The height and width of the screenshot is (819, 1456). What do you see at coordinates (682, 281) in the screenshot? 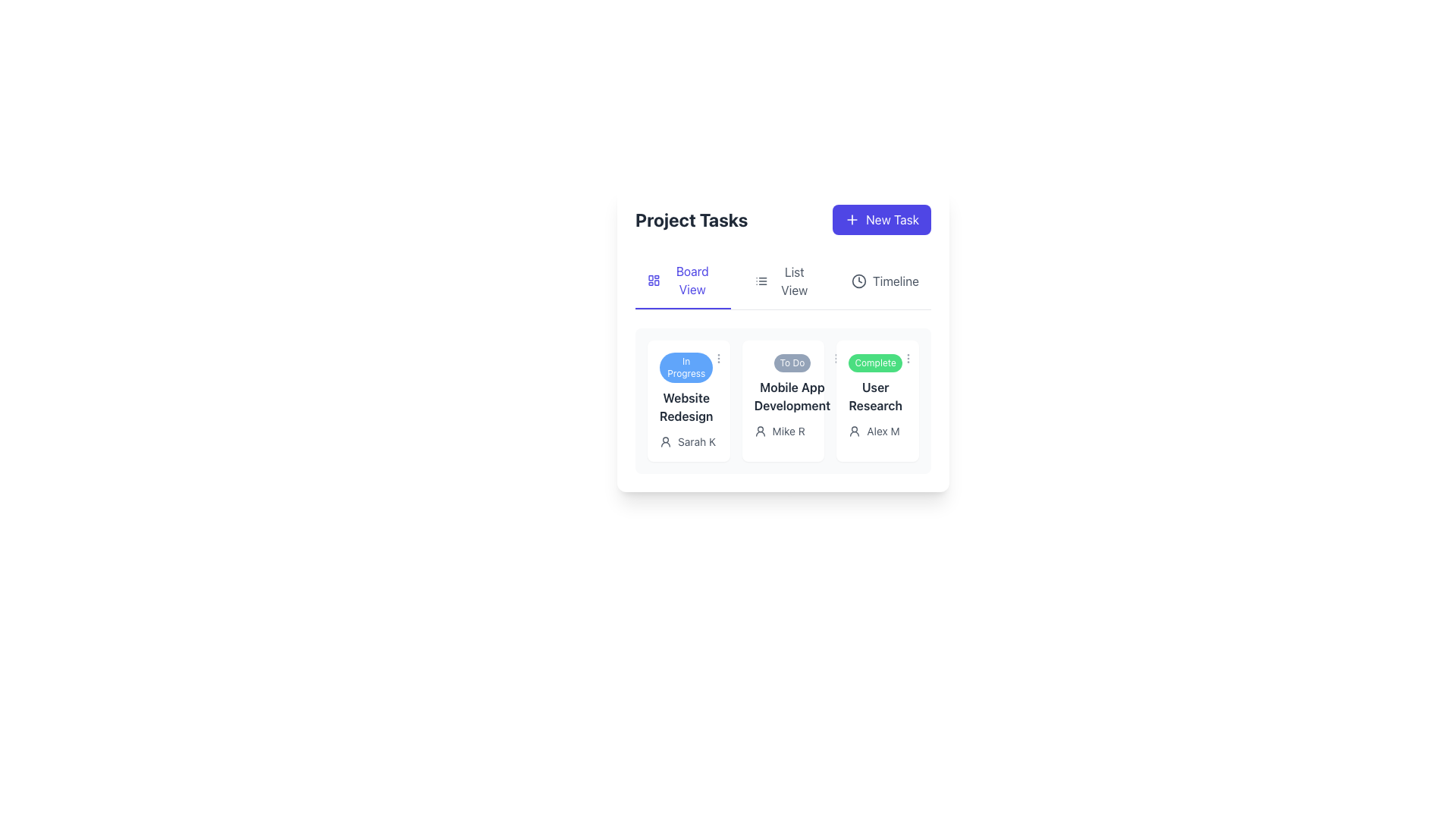
I see `the button that switches to board-style view of tasks, located in the upper-left section of the 'Project Tasks' card, to receive additional visual feedback` at bounding box center [682, 281].